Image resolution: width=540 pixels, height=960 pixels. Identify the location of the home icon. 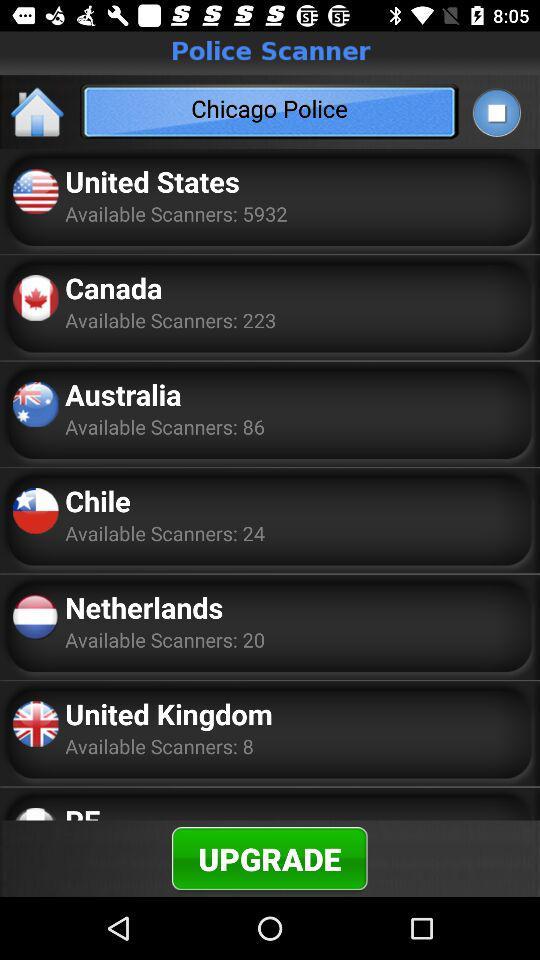
(38, 111).